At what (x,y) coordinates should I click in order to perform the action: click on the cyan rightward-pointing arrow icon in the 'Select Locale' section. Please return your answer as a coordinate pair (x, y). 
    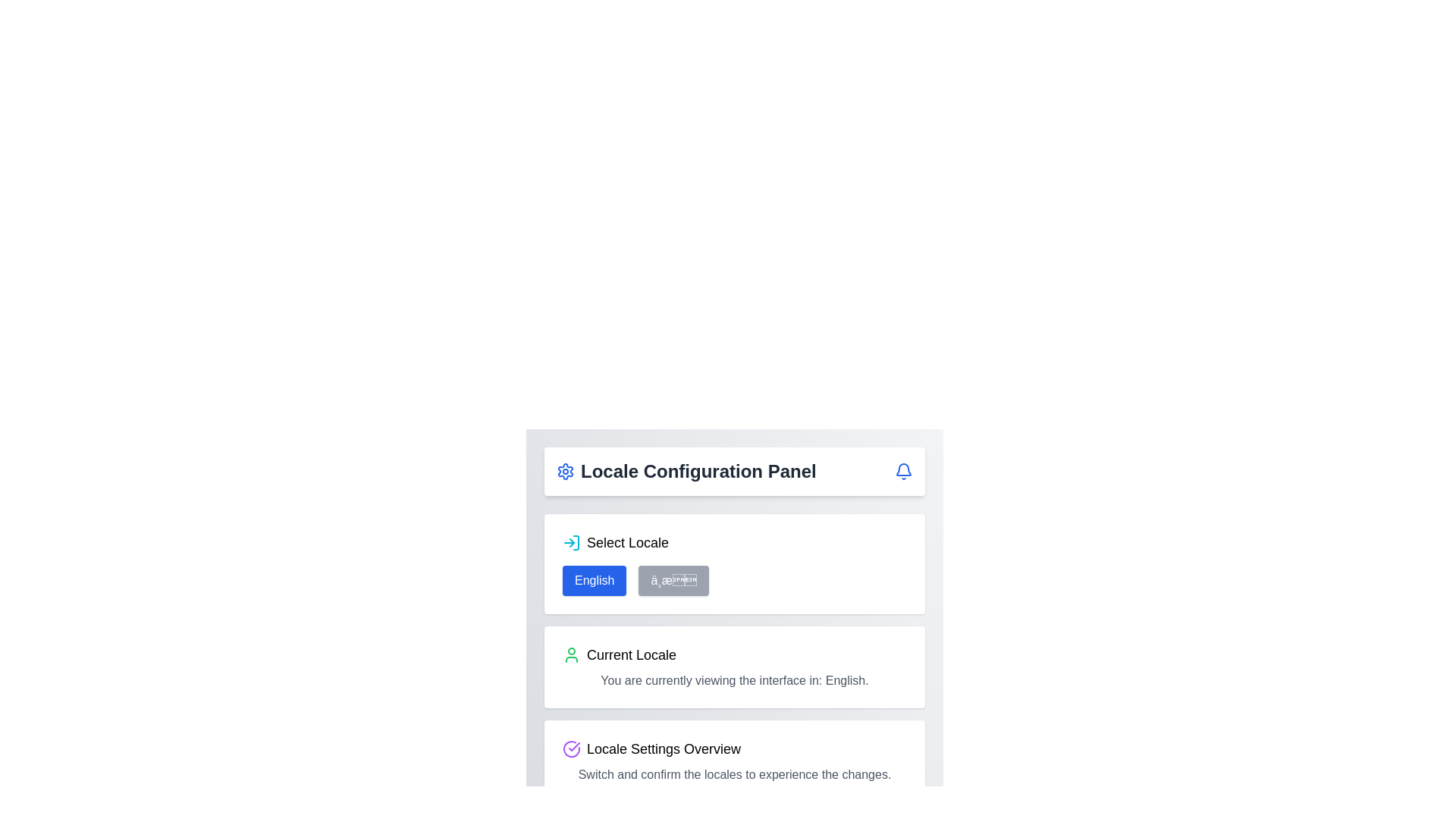
    Looking at the image, I should click on (570, 542).